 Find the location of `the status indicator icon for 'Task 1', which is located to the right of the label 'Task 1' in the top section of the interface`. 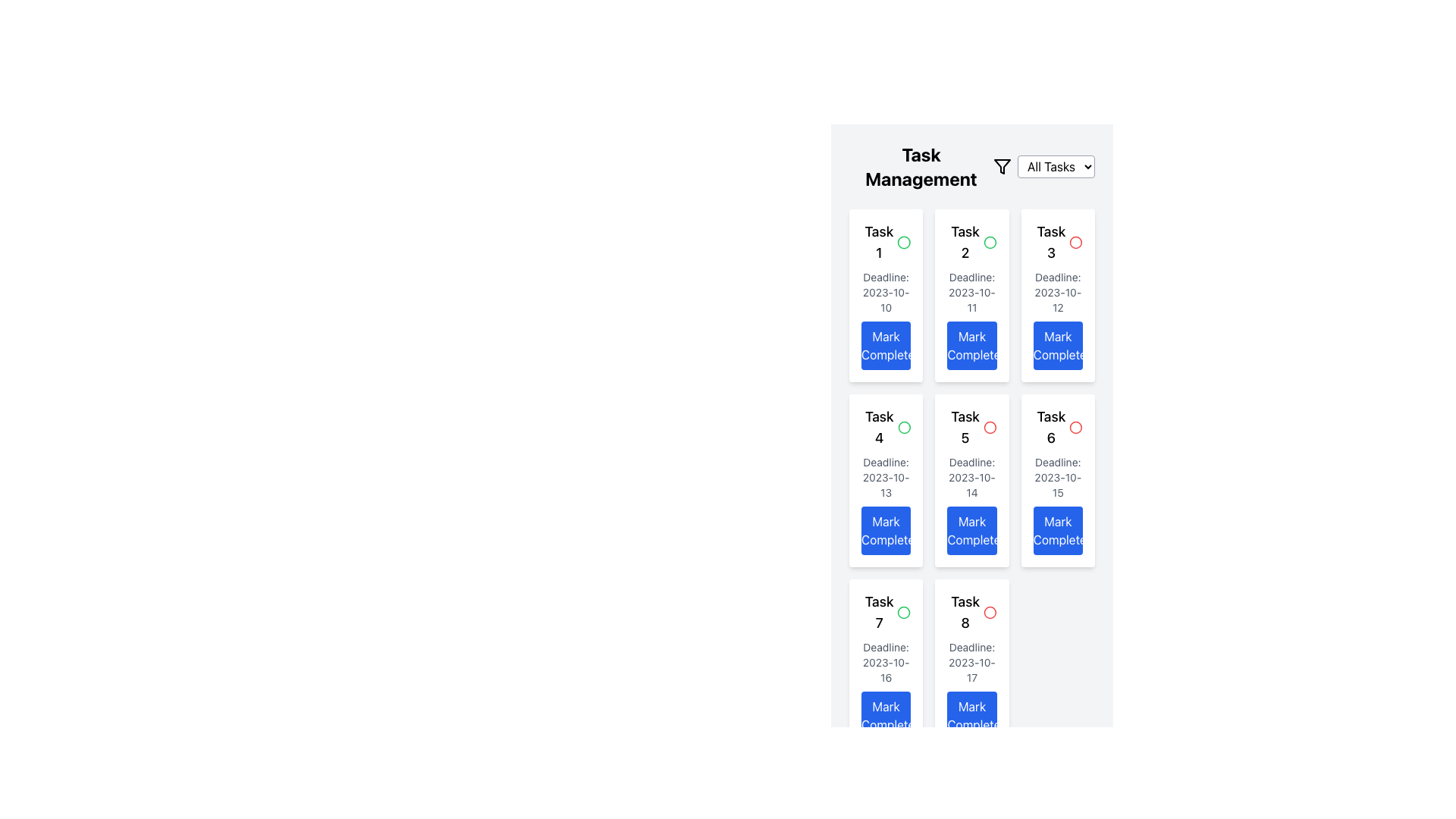

the status indicator icon for 'Task 1', which is located to the right of the label 'Task 1' in the top section of the interface is located at coordinates (904, 242).